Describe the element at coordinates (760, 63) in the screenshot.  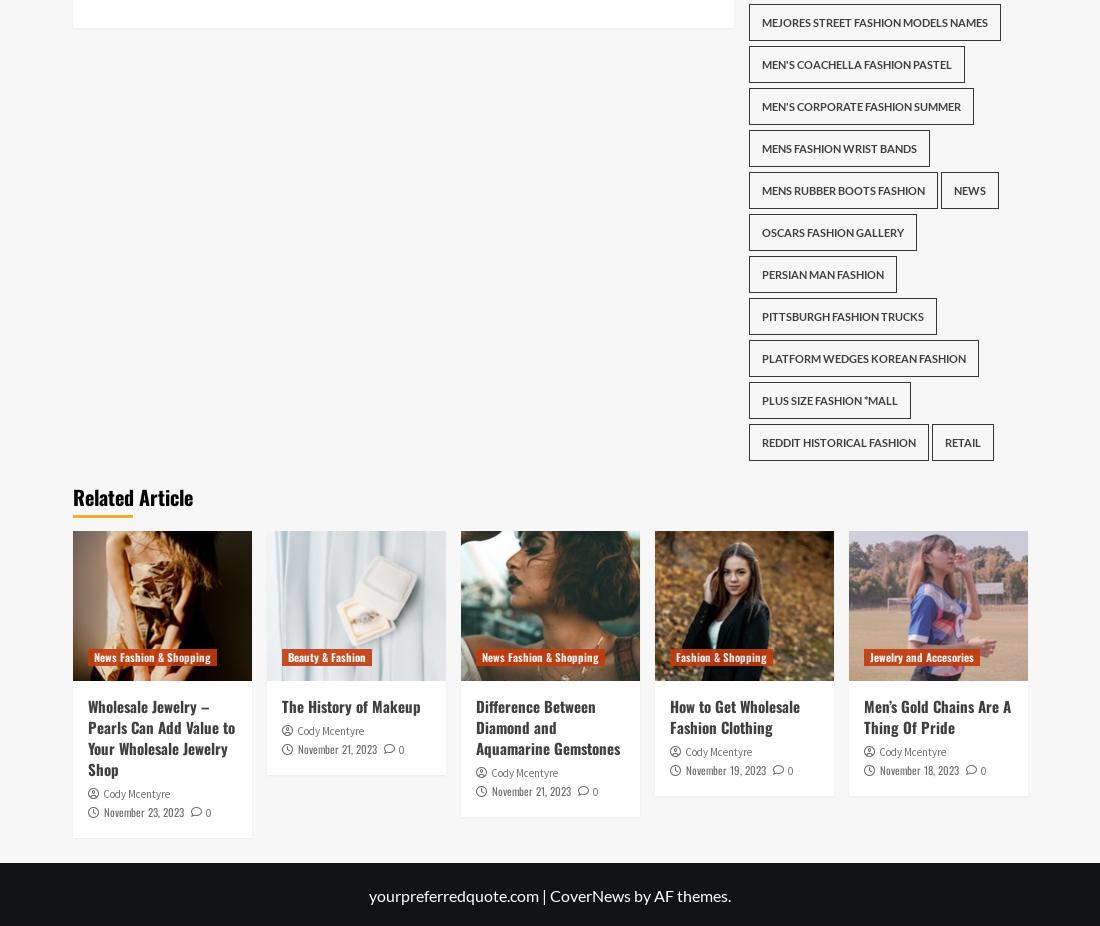
I see `'Men'S Coachella Fashion Pastel'` at that location.